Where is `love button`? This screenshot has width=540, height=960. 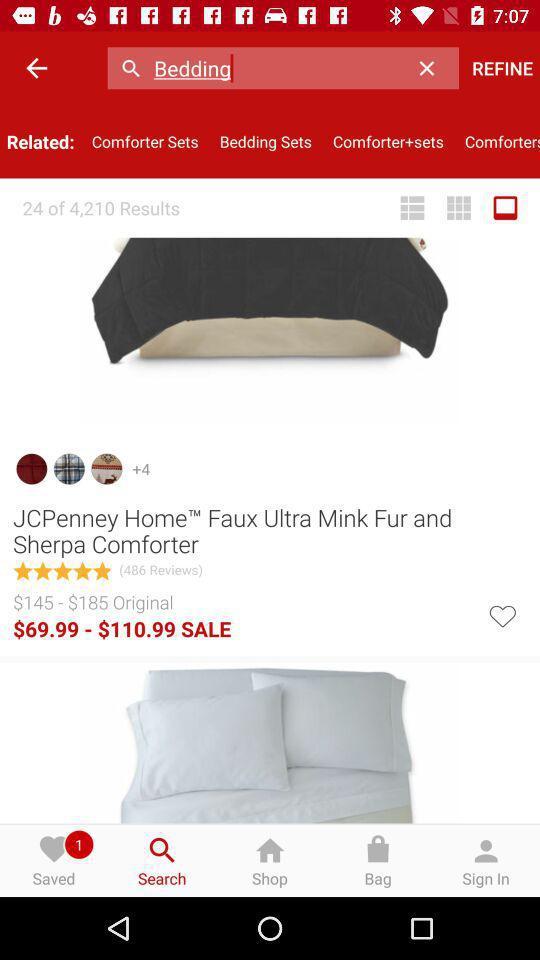 love button is located at coordinates (501, 613).